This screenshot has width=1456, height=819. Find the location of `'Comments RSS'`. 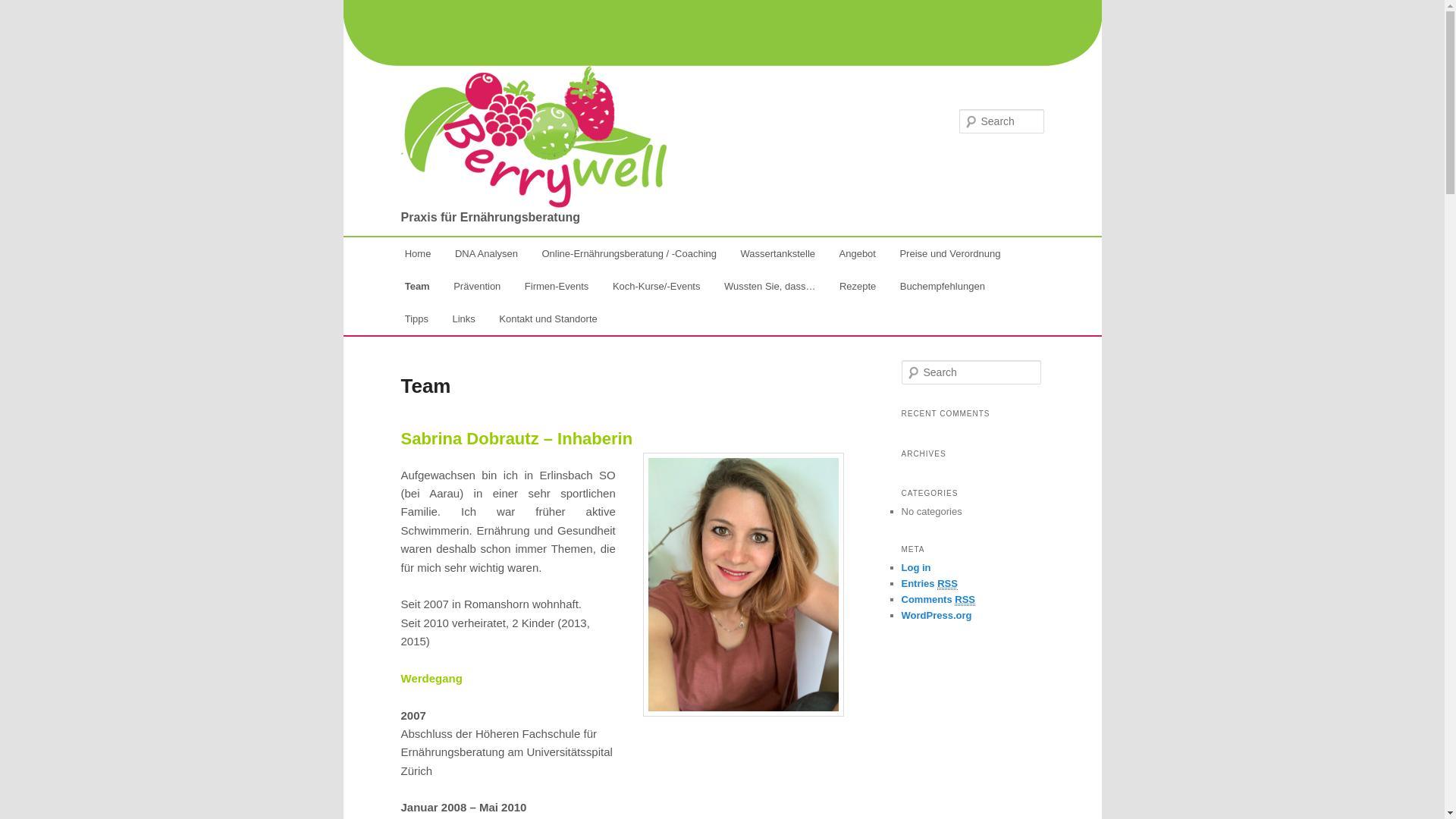

'Comments RSS' is located at coordinates (901, 598).